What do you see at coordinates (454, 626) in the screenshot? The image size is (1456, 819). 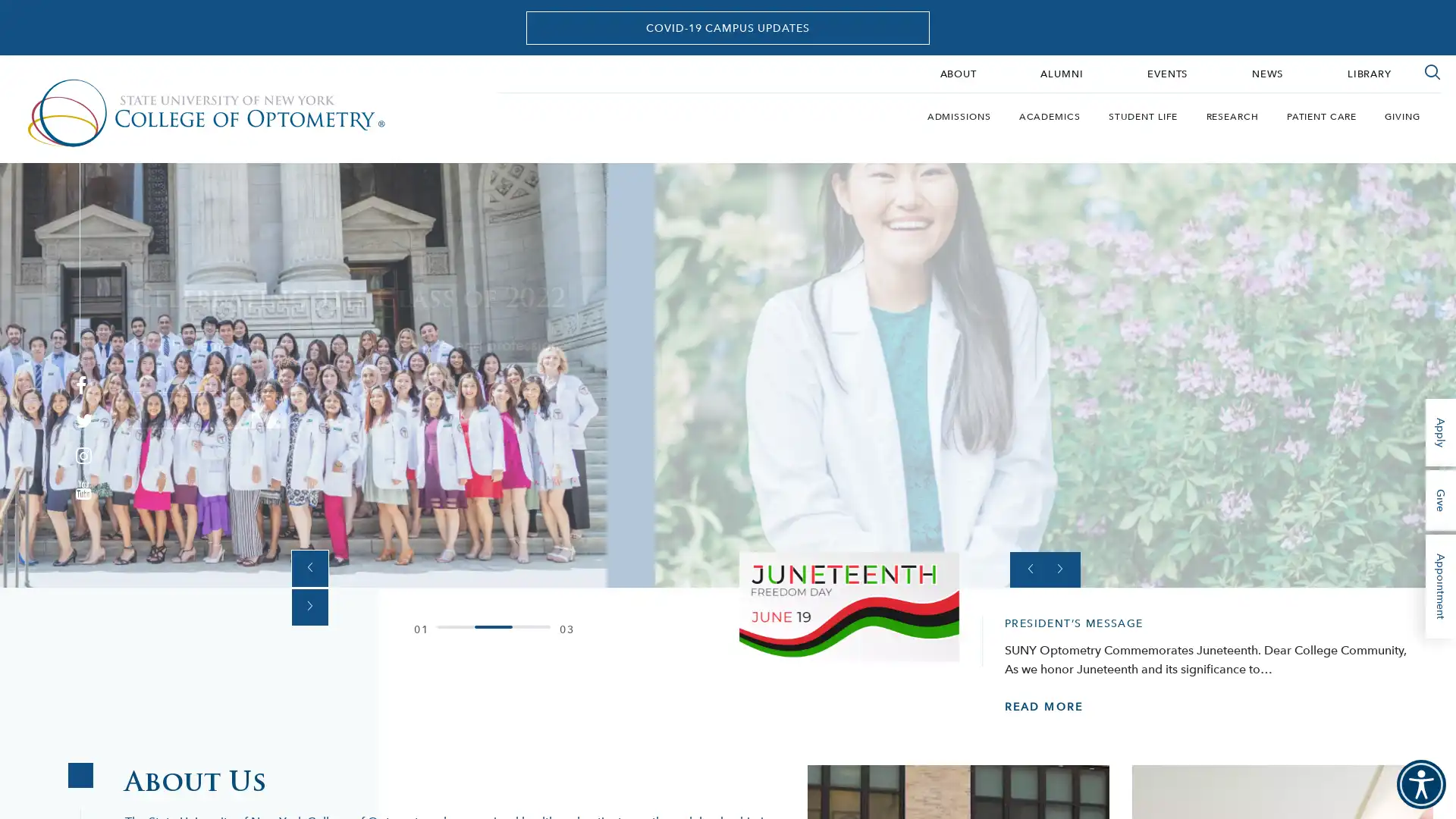 I see `0` at bounding box center [454, 626].